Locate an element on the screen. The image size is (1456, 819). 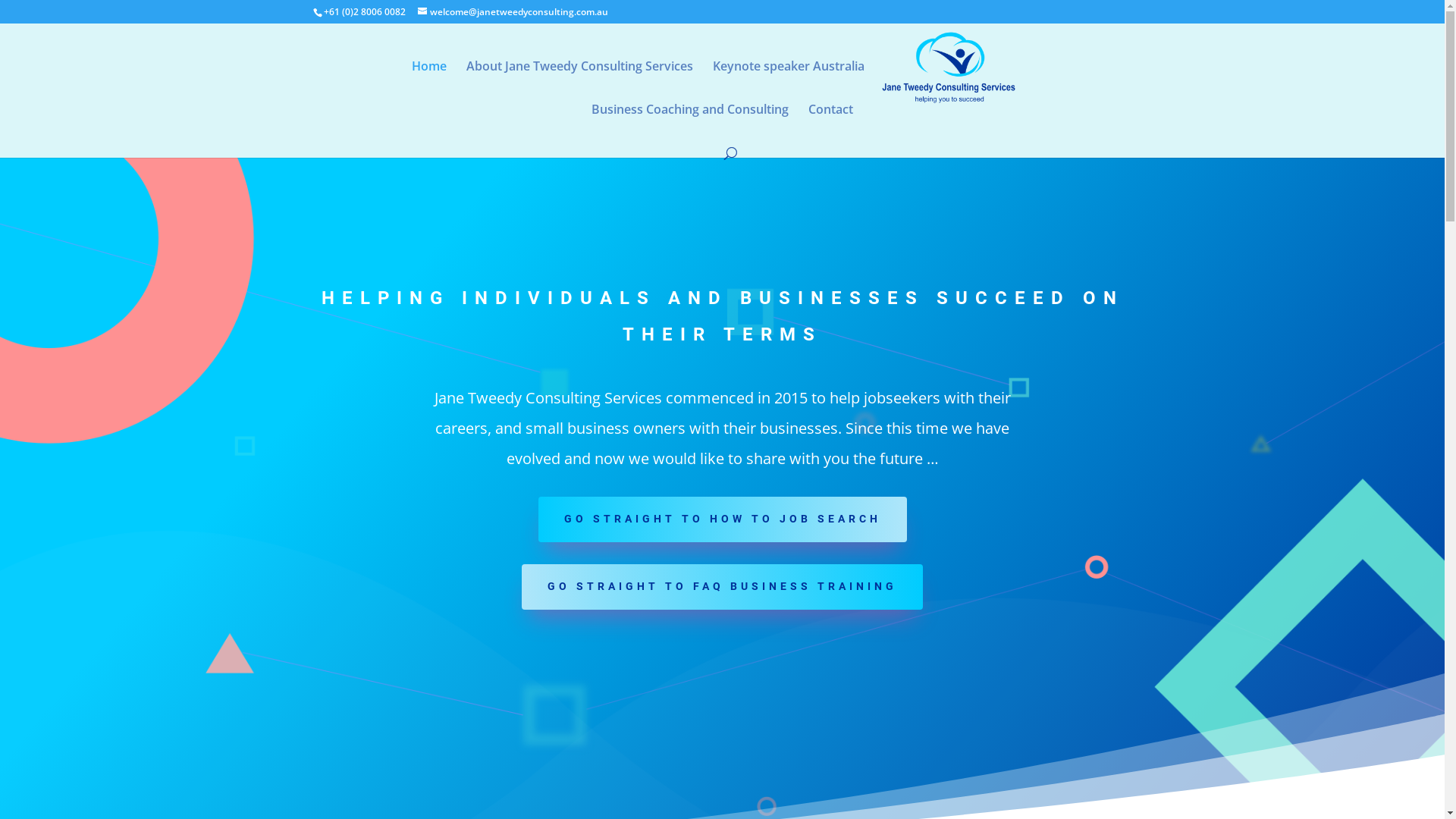
'Home' is located at coordinates (428, 82).